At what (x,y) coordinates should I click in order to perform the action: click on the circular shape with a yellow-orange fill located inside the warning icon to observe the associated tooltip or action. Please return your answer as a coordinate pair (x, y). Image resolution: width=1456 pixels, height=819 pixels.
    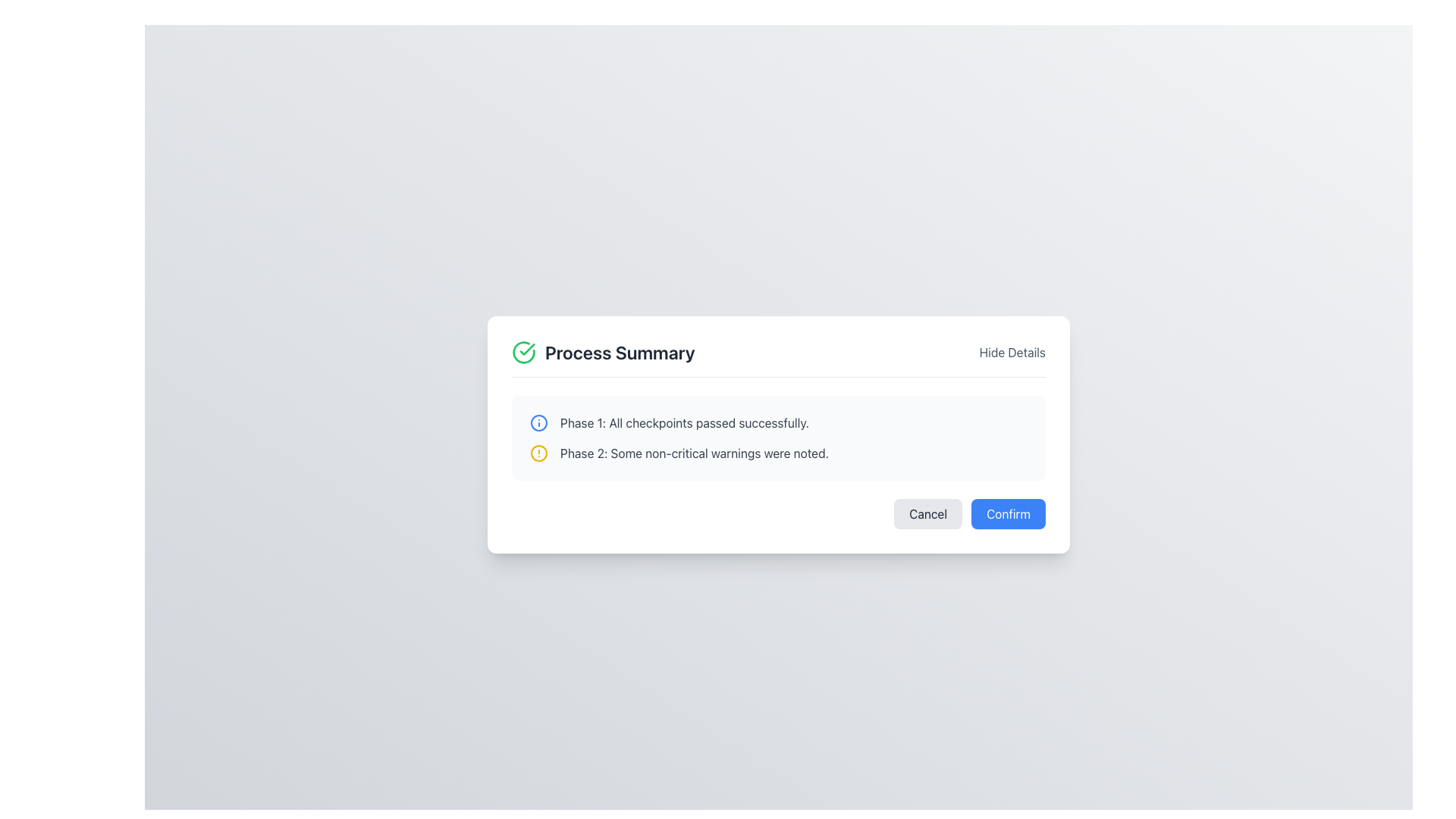
    Looking at the image, I should click on (538, 452).